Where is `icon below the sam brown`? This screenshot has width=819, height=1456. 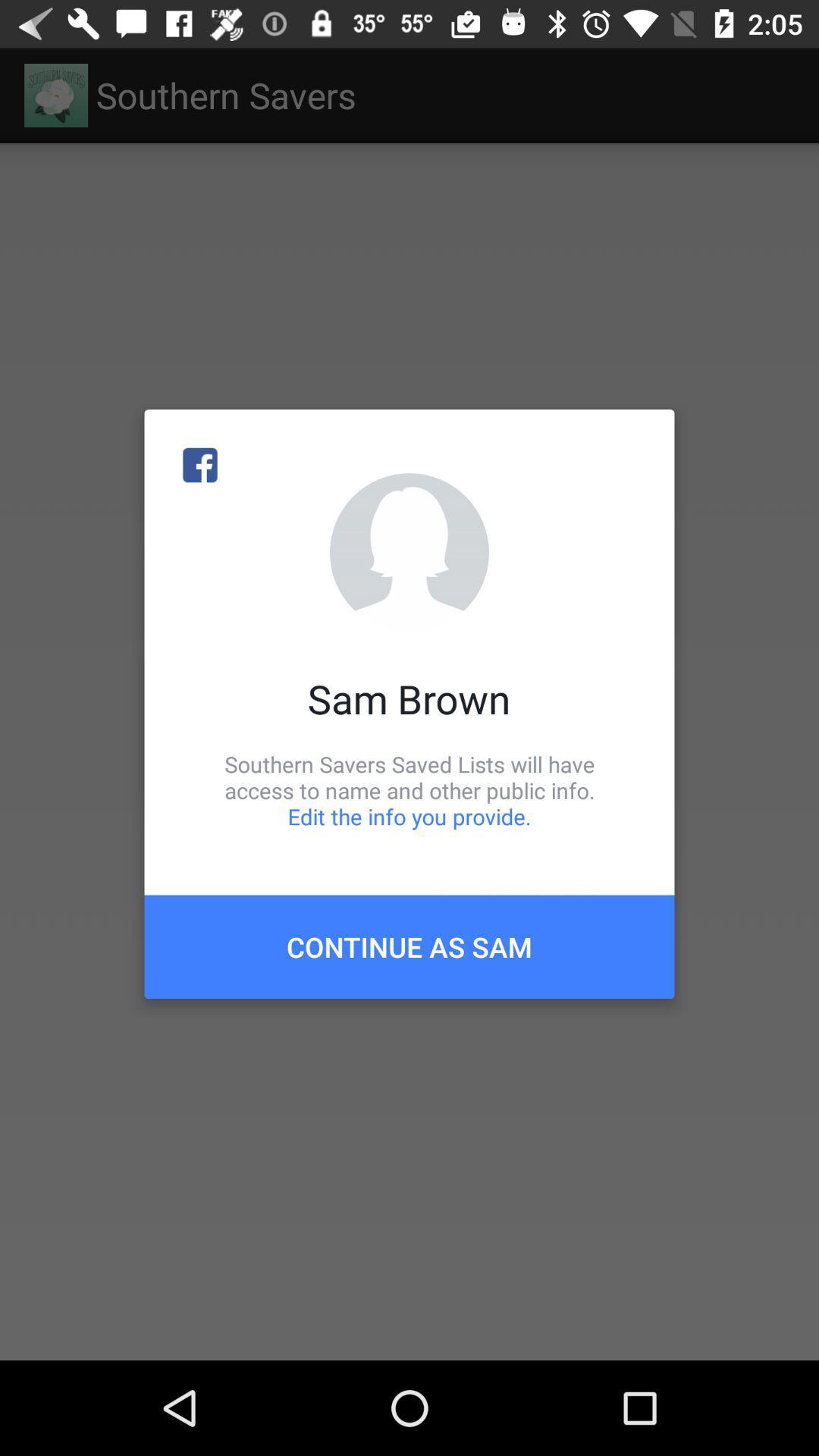 icon below the sam brown is located at coordinates (409, 789).